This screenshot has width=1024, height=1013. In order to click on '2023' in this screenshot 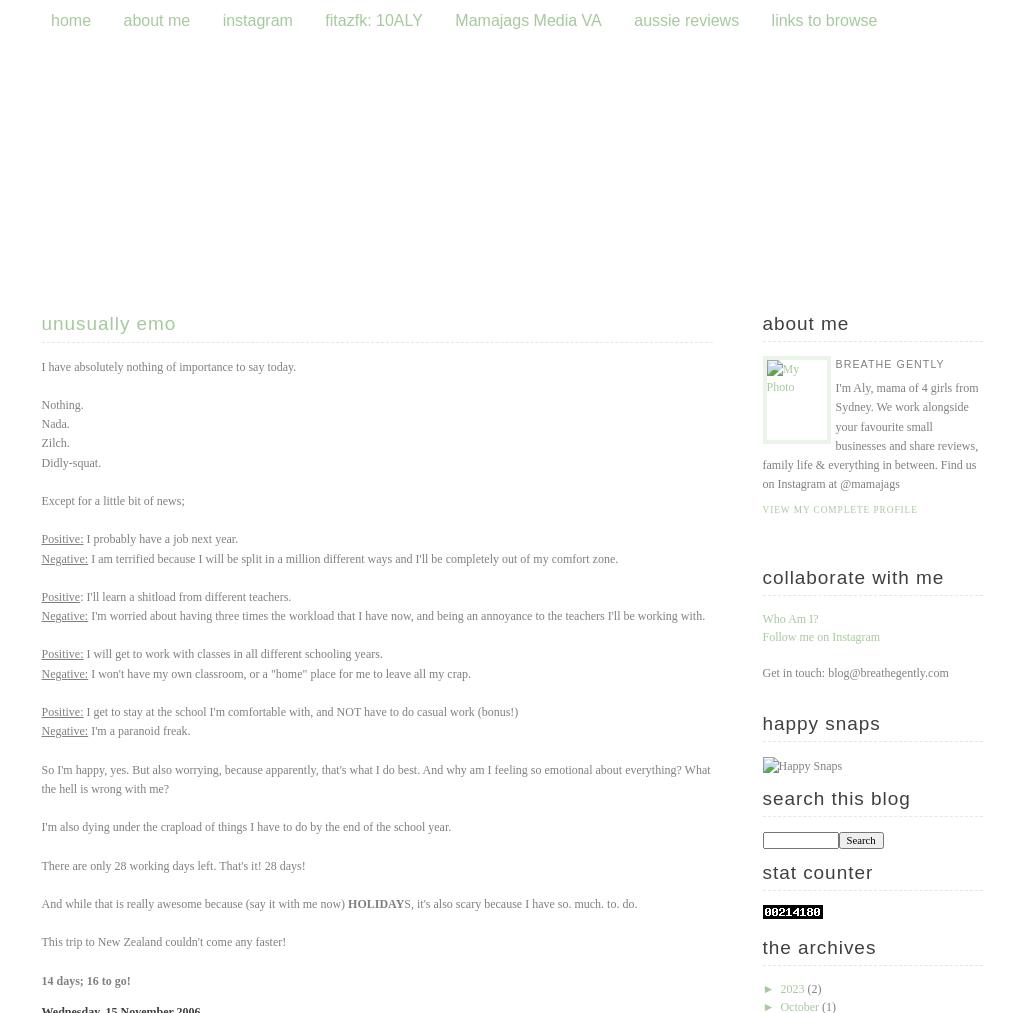, I will do `click(793, 988)`.